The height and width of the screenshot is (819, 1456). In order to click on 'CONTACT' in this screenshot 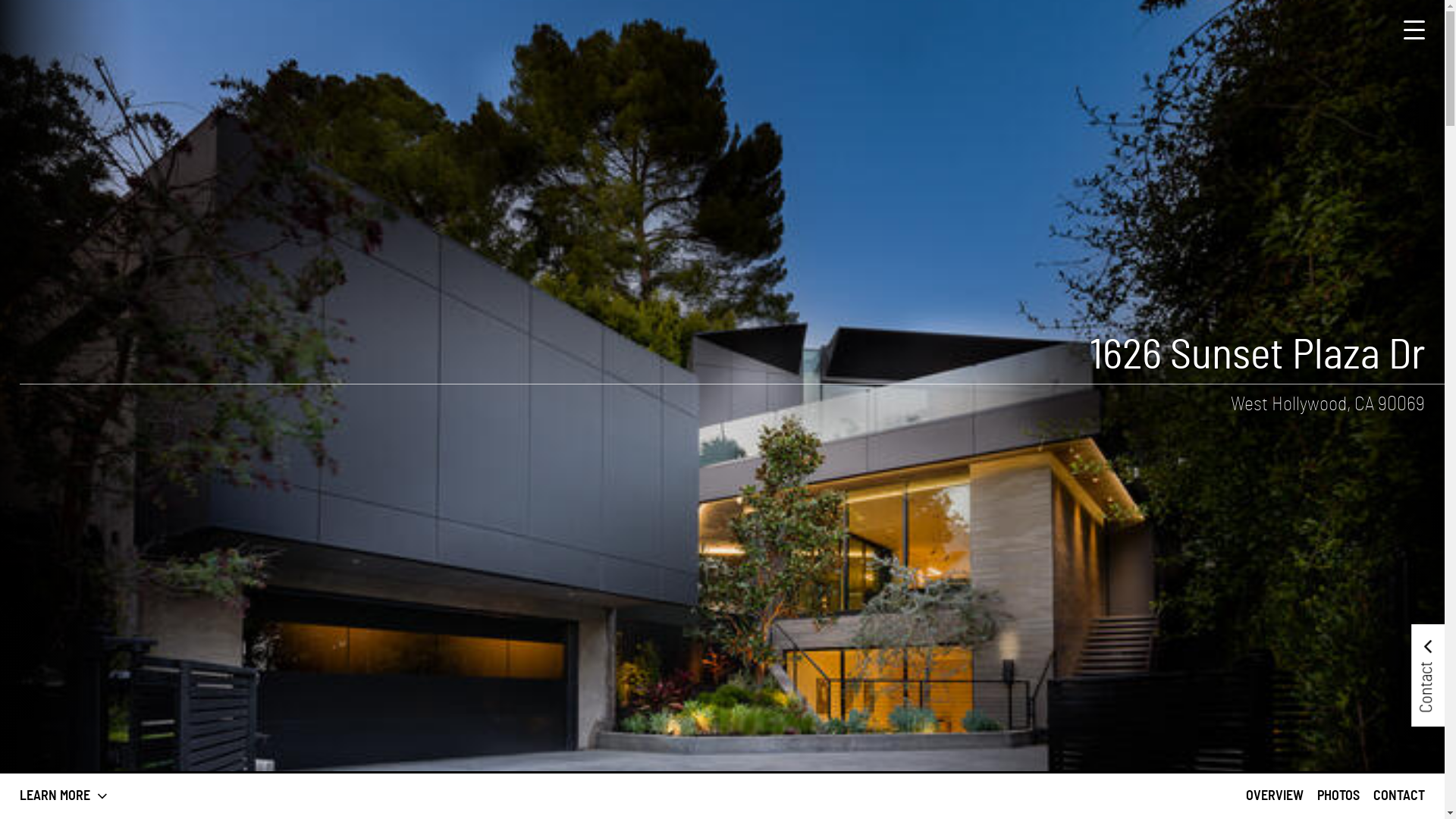, I will do `click(1373, 795)`.